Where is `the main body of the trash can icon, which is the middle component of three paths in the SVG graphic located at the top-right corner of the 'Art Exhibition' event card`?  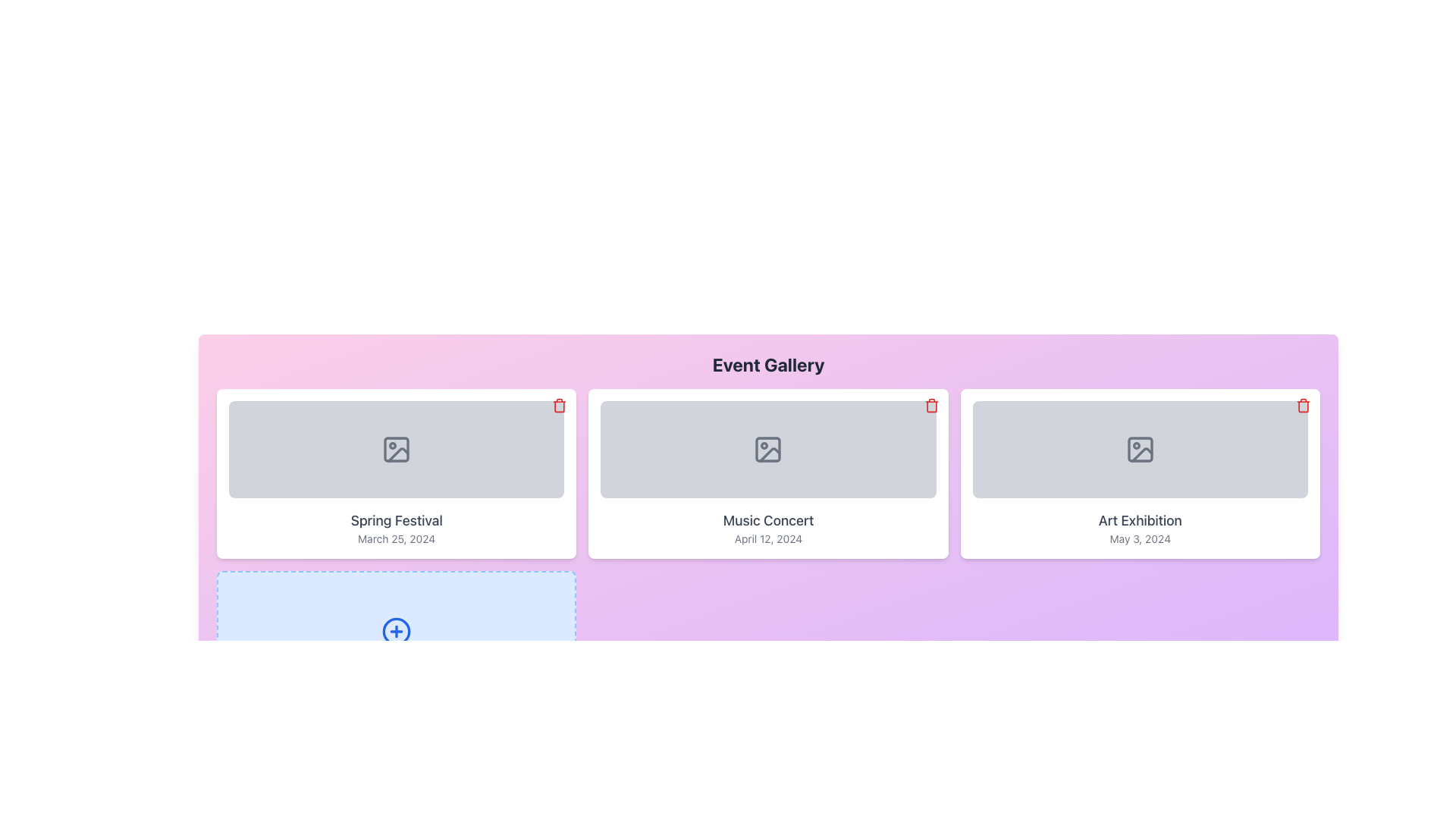 the main body of the trash can icon, which is the middle component of three paths in the SVG graphic located at the top-right corner of the 'Art Exhibition' event card is located at coordinates (1302, 406).